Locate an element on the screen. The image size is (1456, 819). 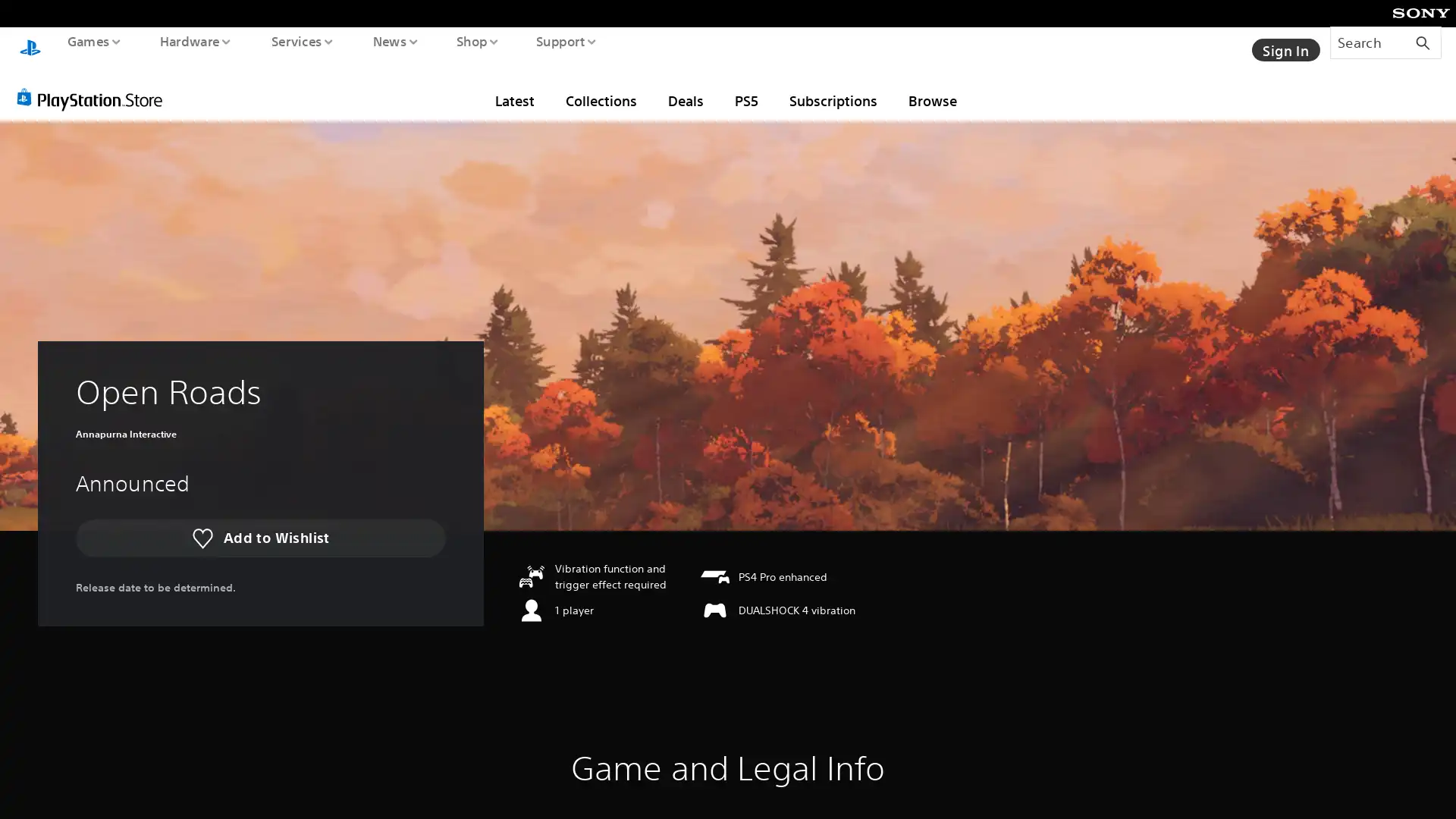
Search is located at coordinates (1385, 42).